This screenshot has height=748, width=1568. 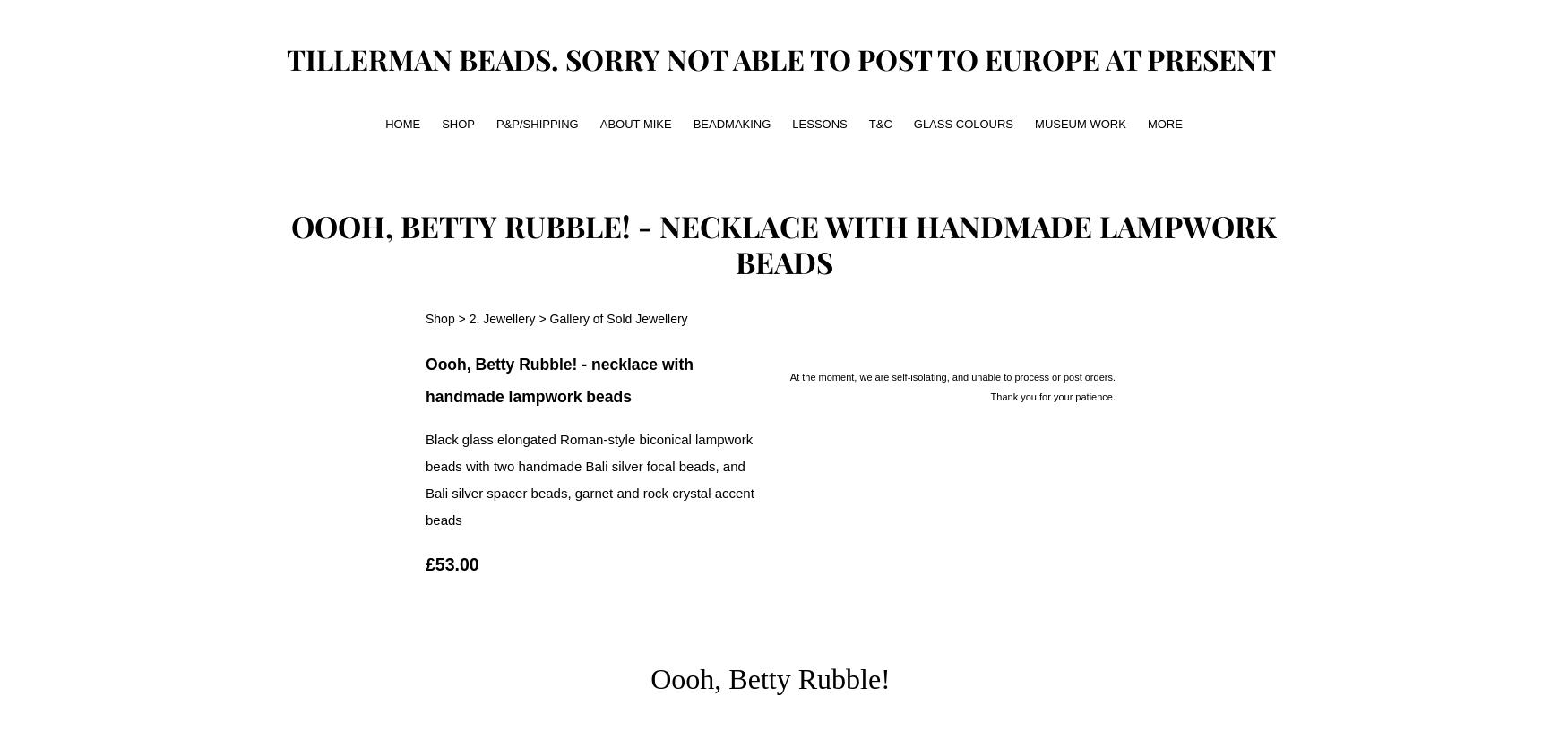 I want to click on 'beadmaking', so click(x=691, y=122).